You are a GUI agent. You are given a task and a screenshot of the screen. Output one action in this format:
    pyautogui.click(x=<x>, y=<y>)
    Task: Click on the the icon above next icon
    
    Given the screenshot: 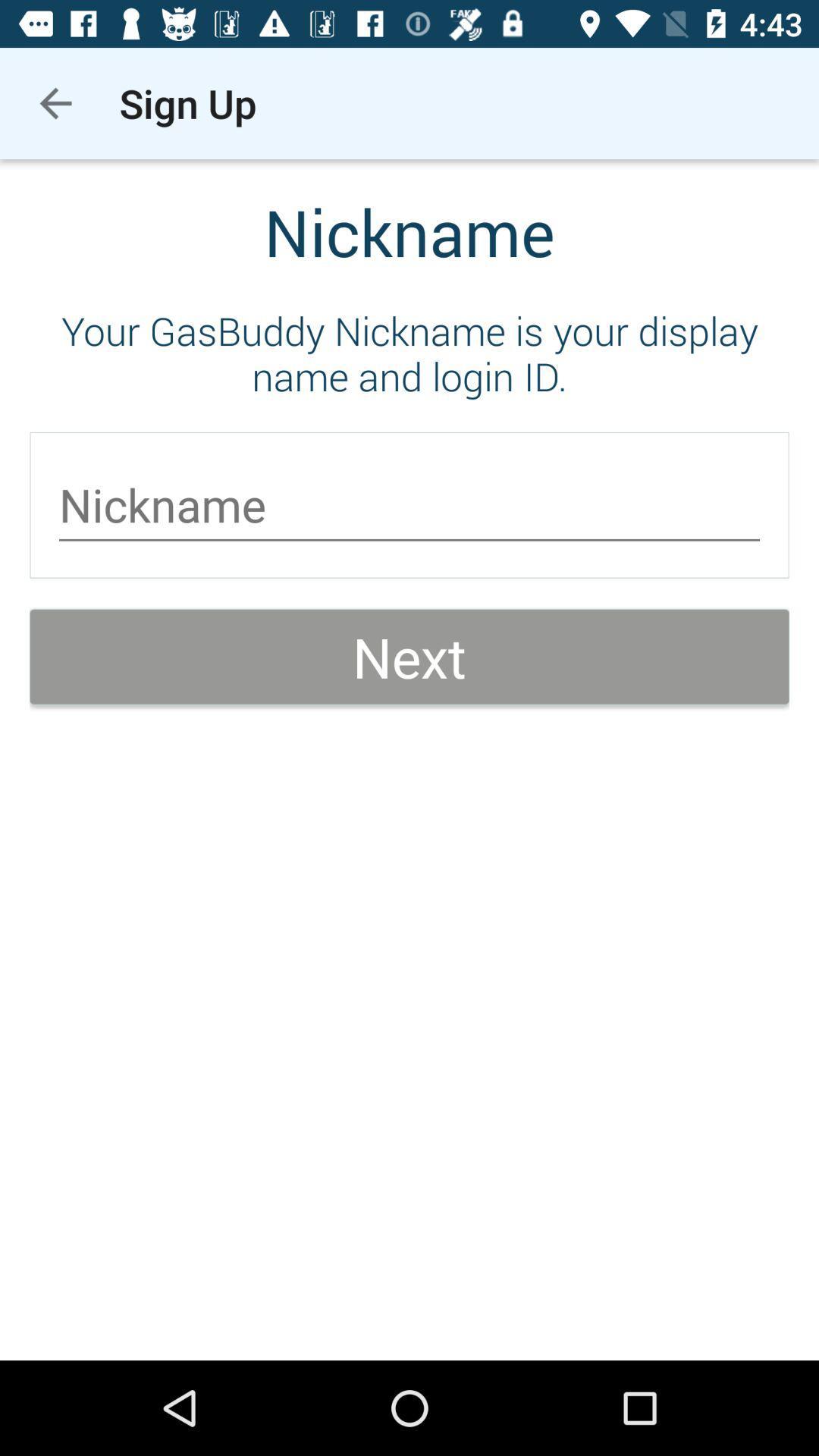 What is the action you would take?
    pyautogui.click(x=409, y=505)
    